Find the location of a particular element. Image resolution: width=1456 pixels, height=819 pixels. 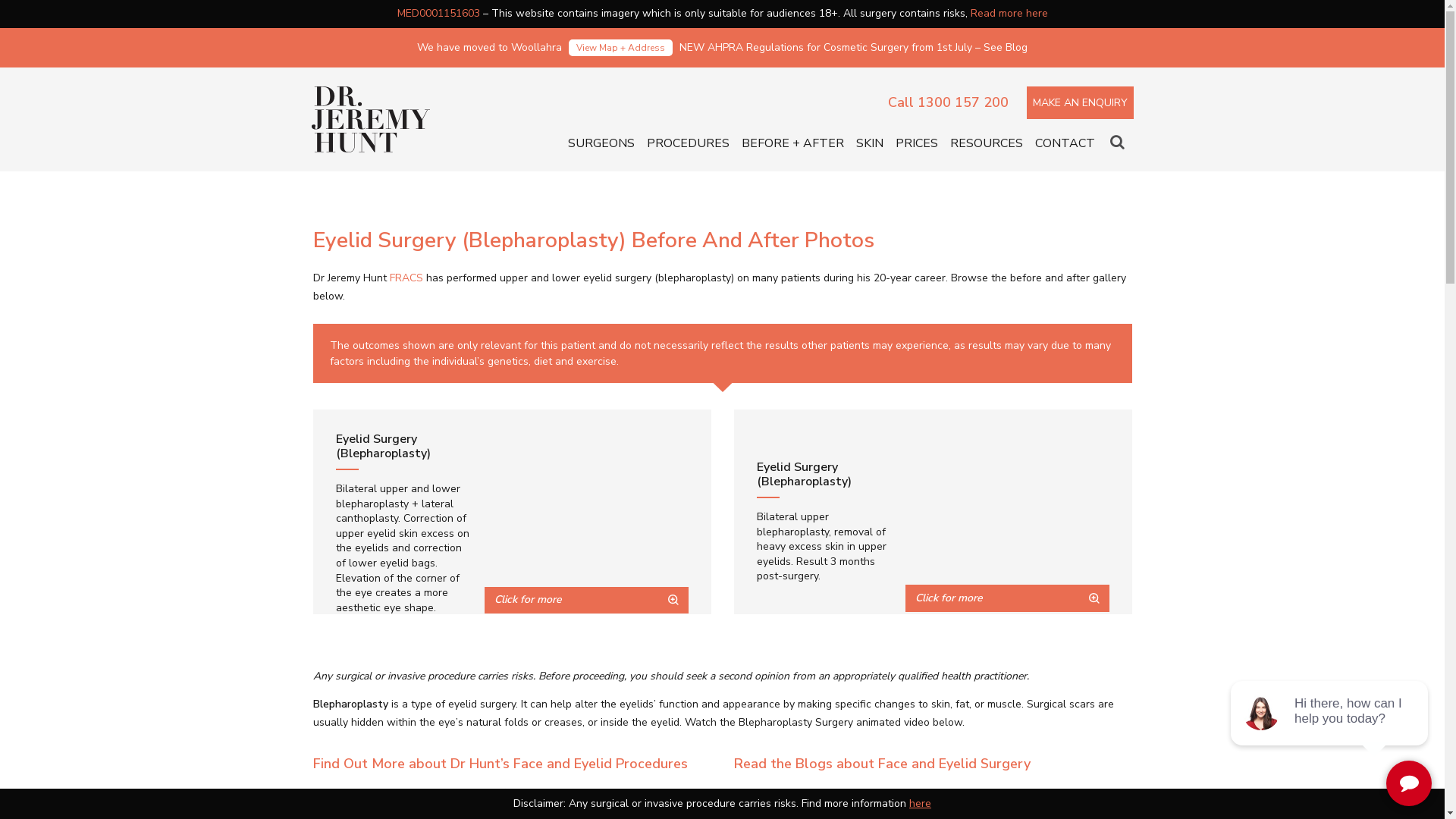

'BEFORE + AFTER' is located at coordinates (742, 143).